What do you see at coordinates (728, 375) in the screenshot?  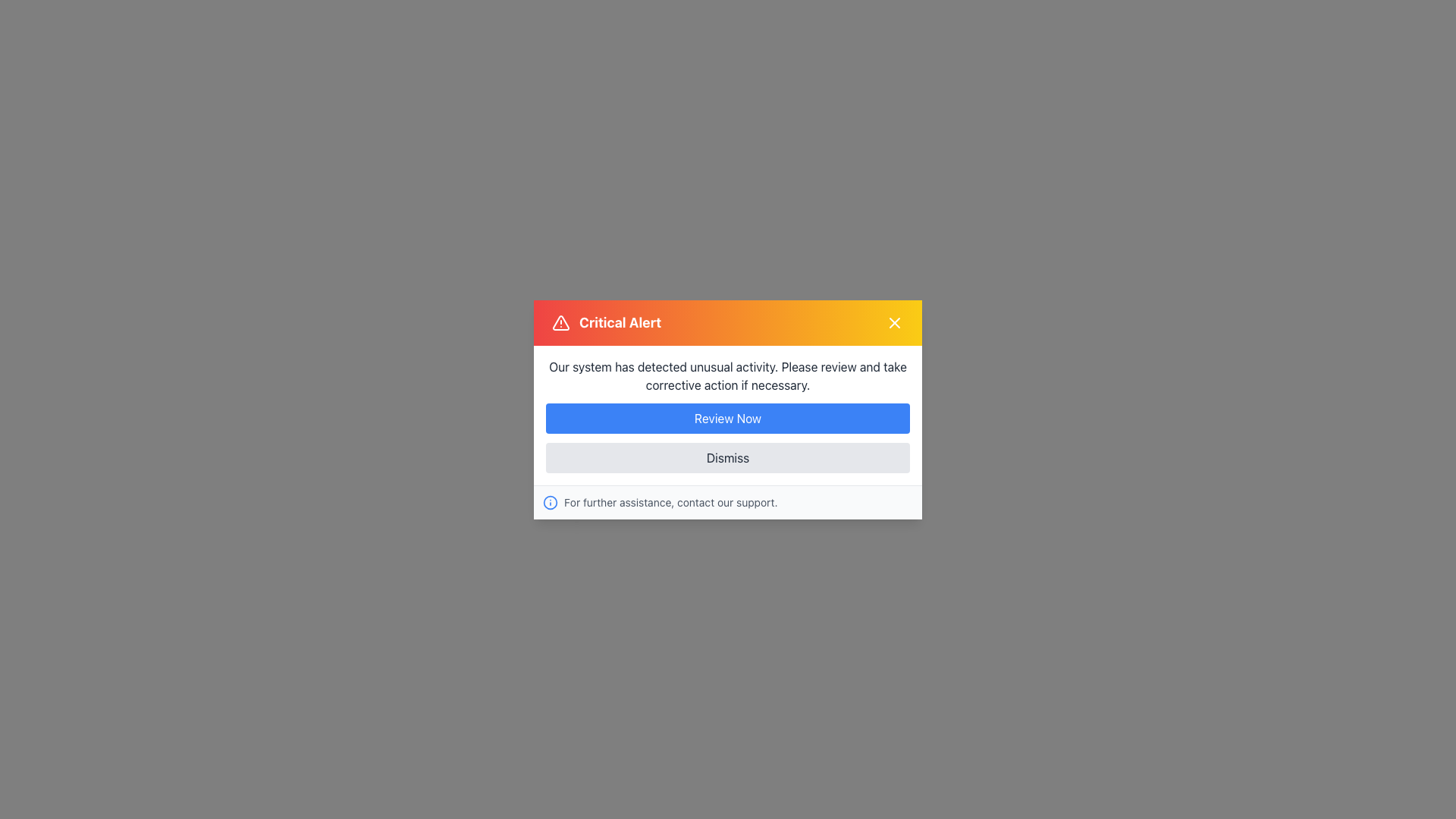 I see `the warning message text block that displays unusual activity alerts, located below the 'Critical Alert' heading and above the 'Review Now' and 'Dismiss' buttons` at bounding box center [728, 375].